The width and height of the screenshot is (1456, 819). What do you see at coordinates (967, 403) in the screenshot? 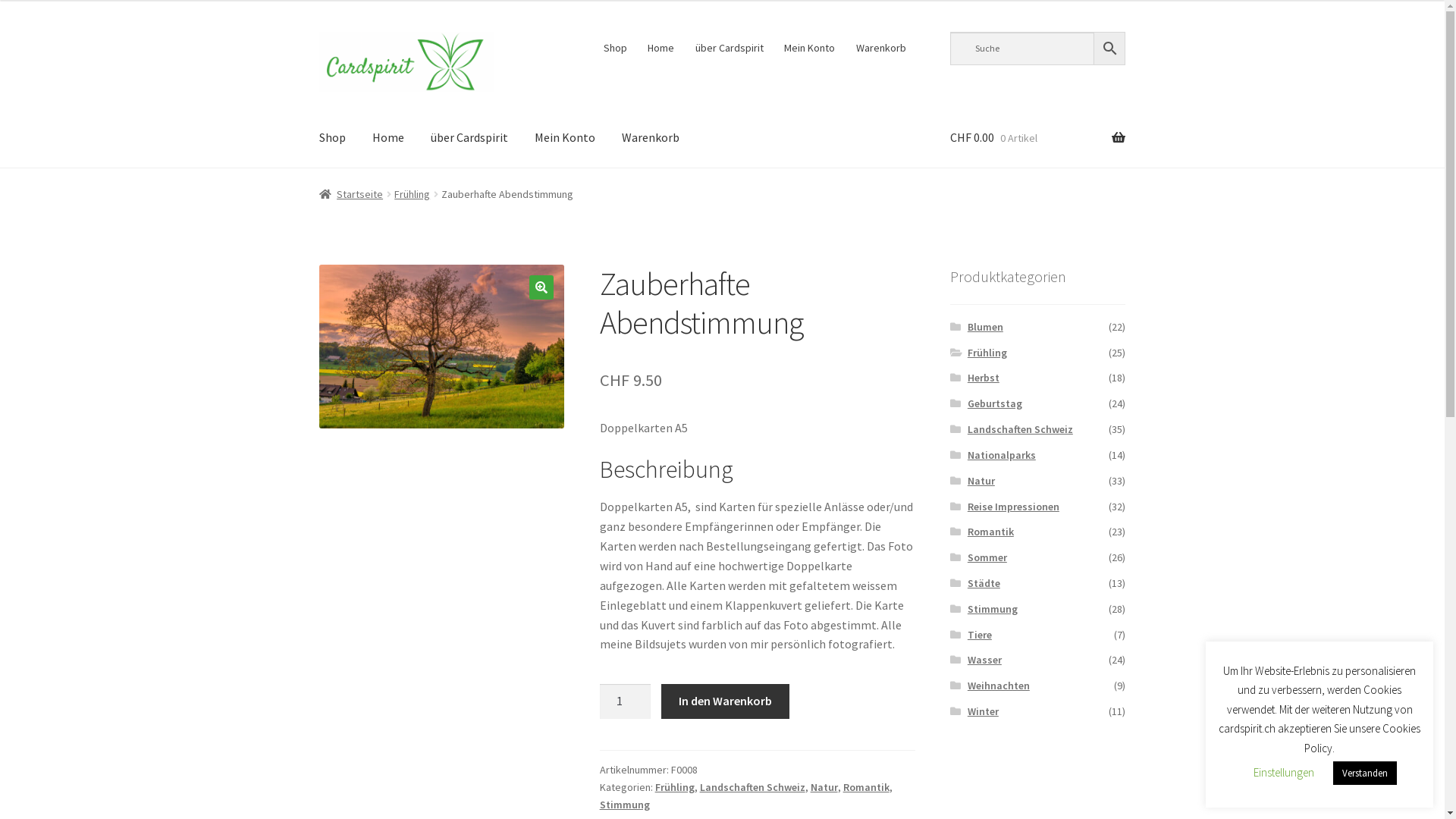
I see `'Geburtstag'` at bounding box center [967, 403].